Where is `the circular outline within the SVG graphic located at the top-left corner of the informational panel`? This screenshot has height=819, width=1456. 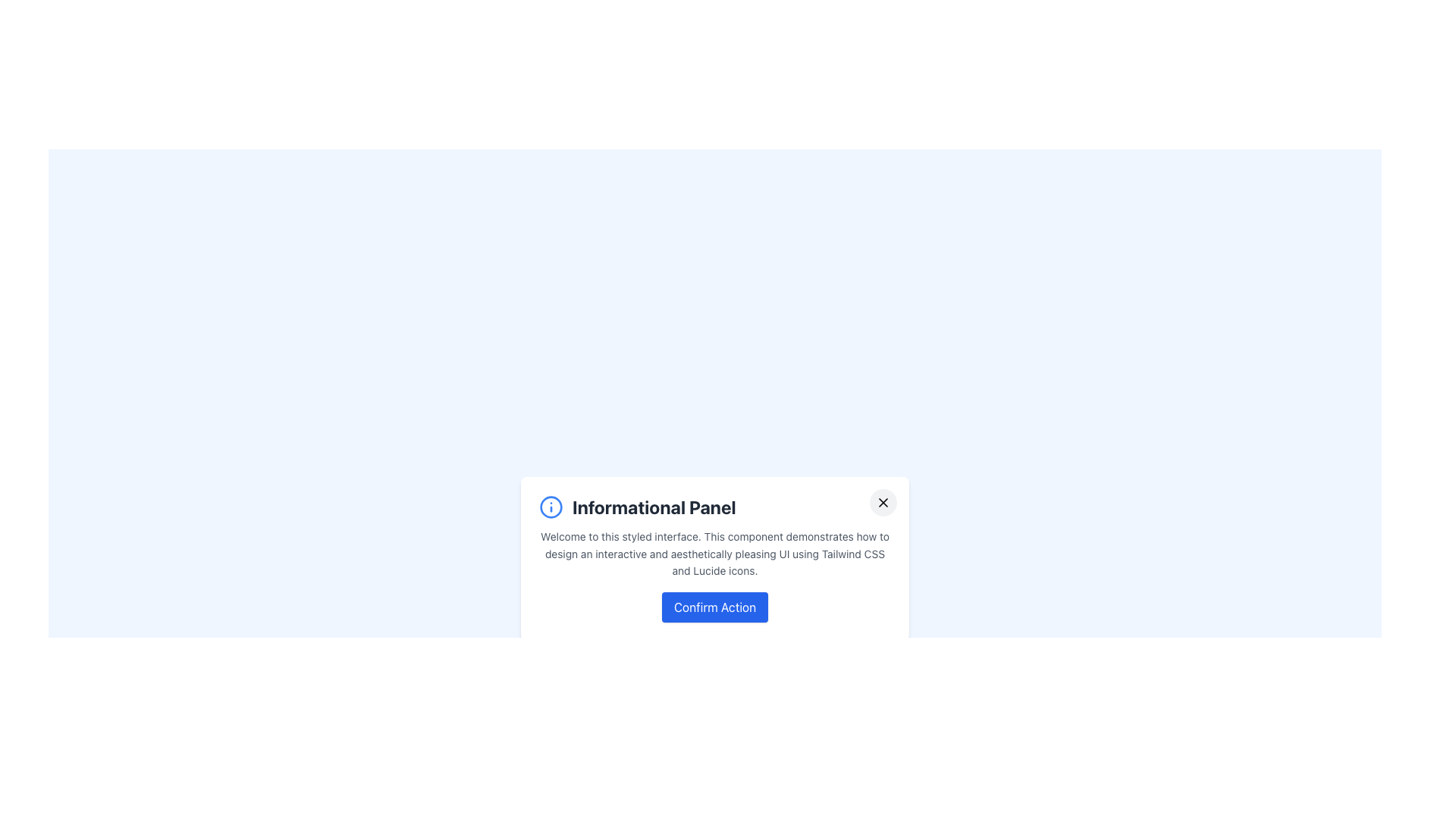 the circular outline within the SVG graphic located at the top-left corner of the informational panel is located at coordinates (550, 506).